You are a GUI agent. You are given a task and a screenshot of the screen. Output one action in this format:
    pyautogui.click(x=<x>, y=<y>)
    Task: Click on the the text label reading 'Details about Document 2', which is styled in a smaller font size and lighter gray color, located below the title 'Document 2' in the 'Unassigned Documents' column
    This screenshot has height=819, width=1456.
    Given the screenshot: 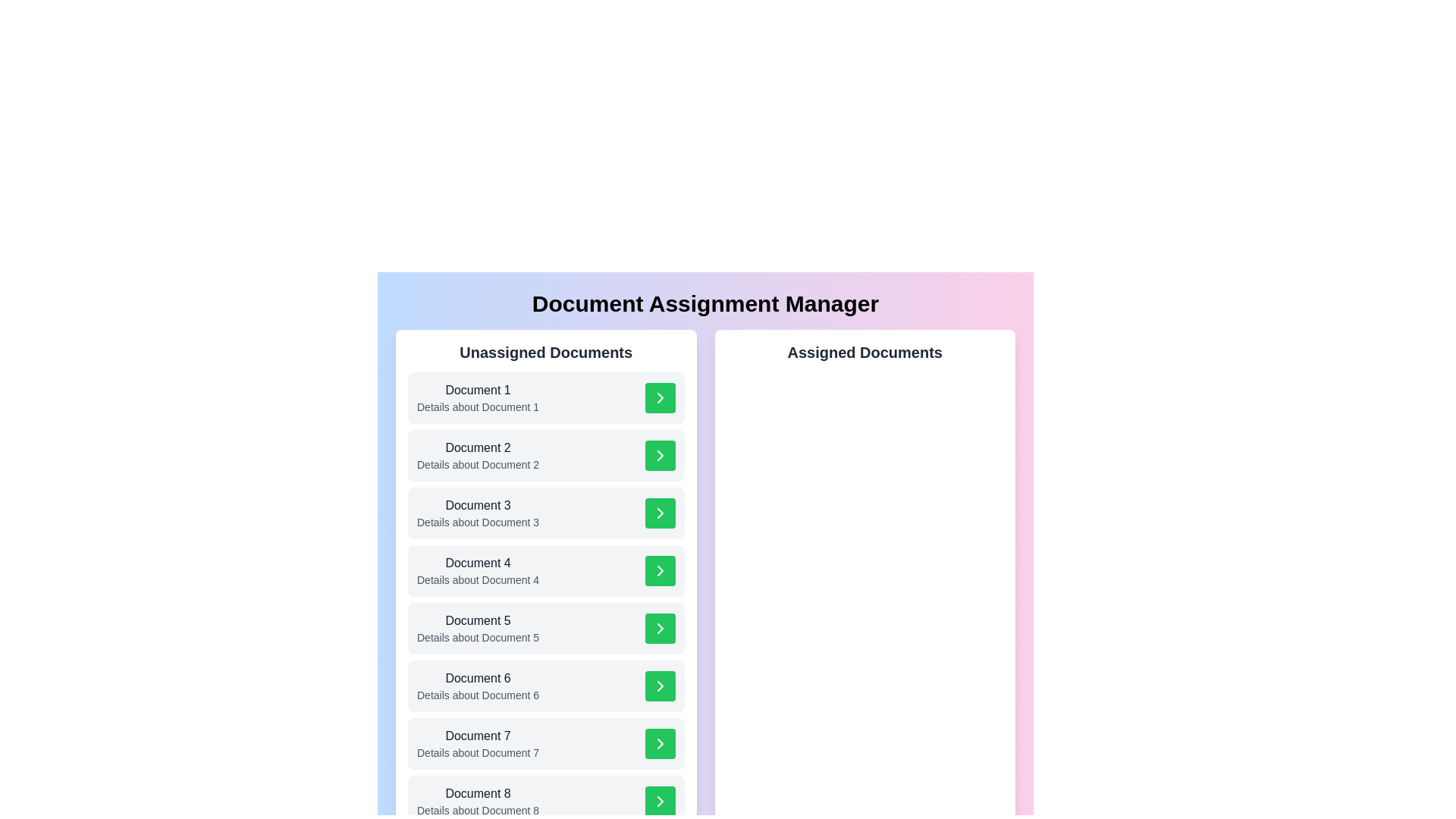 What is the action you would take?
    pyautogui.click(x=477, y=464)
    